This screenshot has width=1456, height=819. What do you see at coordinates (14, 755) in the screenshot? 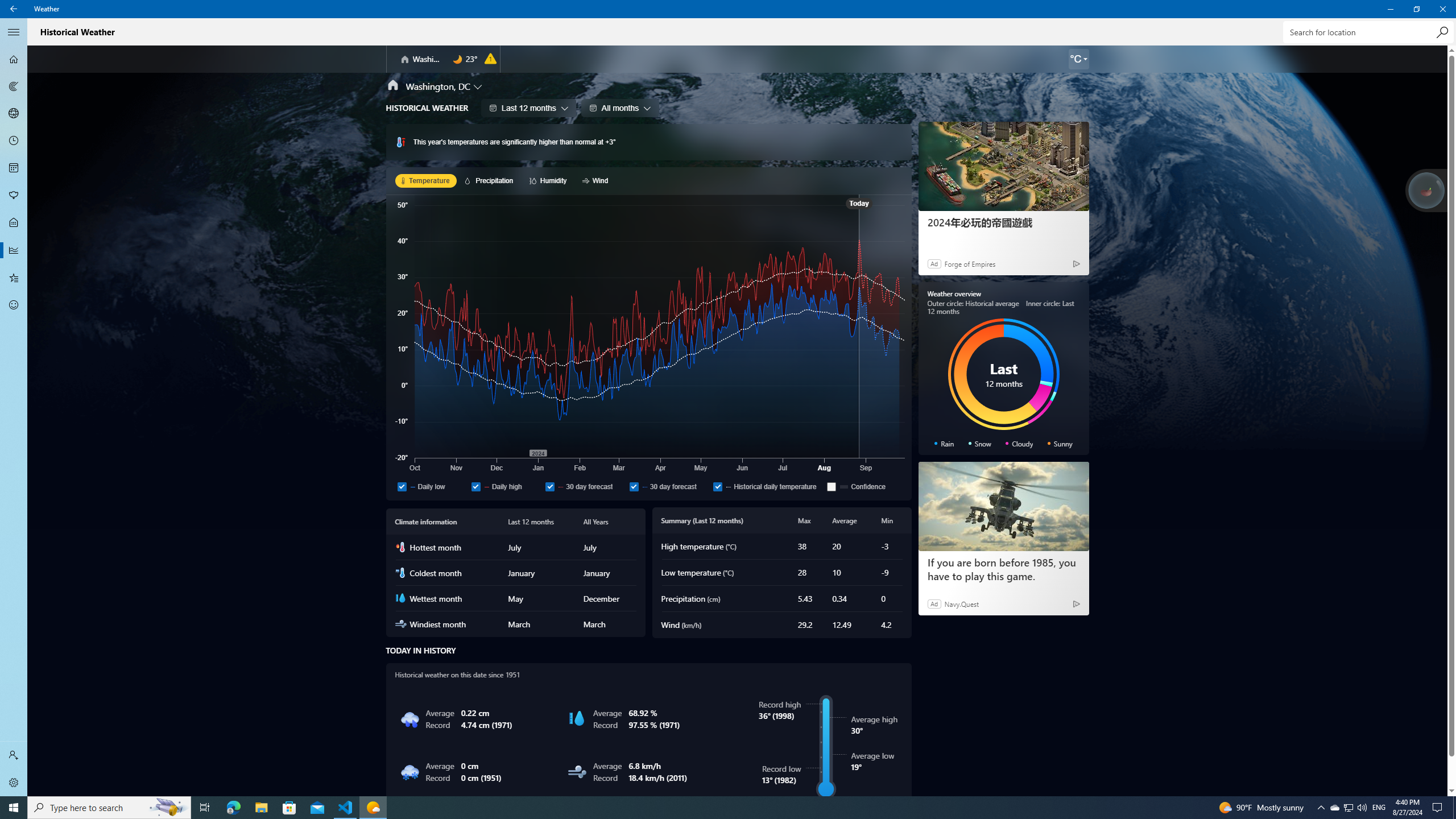
I see `'Sign in'` at bounding box center [14, 755].